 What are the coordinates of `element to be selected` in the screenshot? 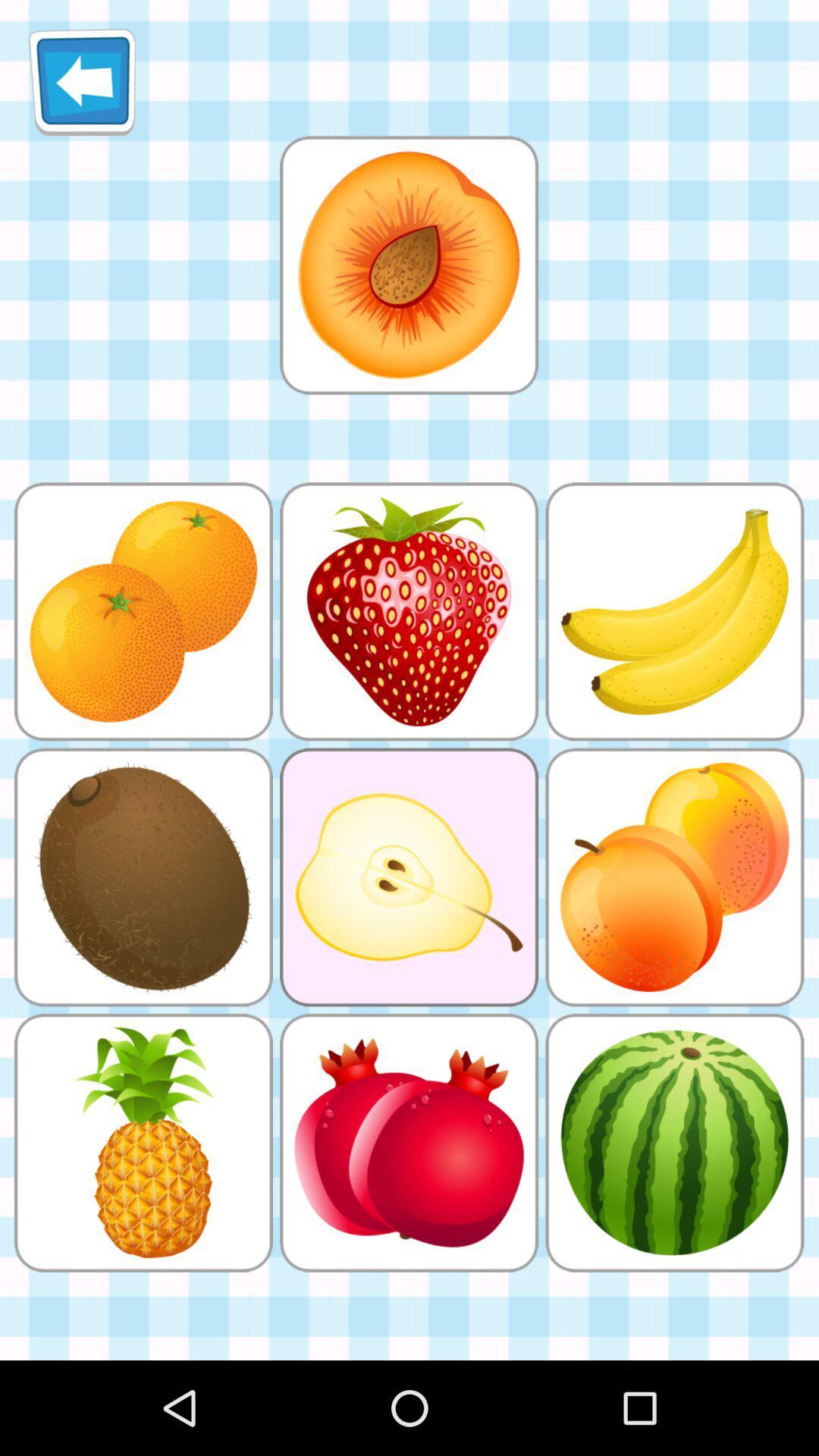 It's located at (408, 265).